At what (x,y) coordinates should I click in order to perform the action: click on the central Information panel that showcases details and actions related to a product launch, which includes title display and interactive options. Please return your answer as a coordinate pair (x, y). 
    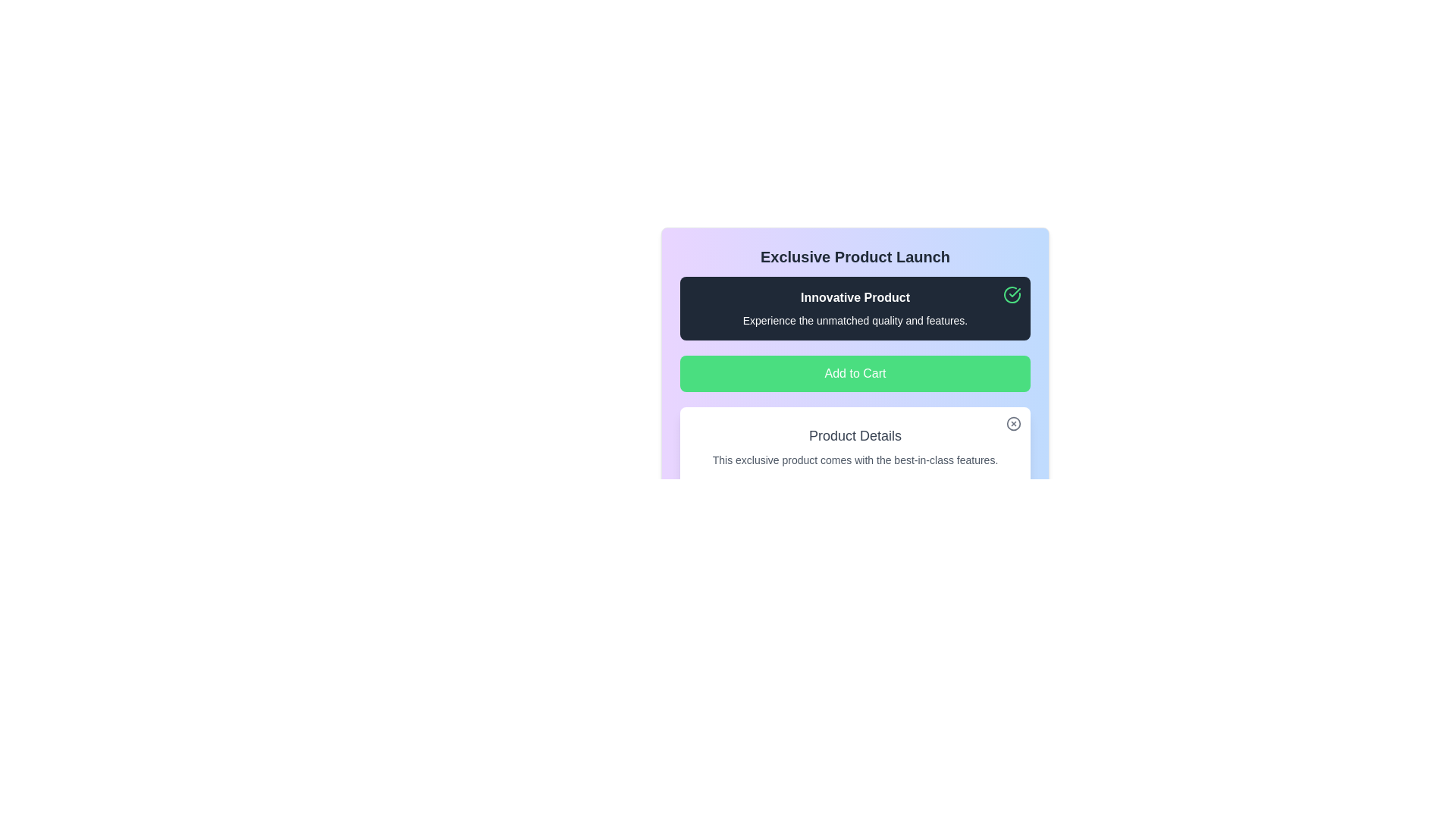
    Looking at the image, I should click on (855, 344).